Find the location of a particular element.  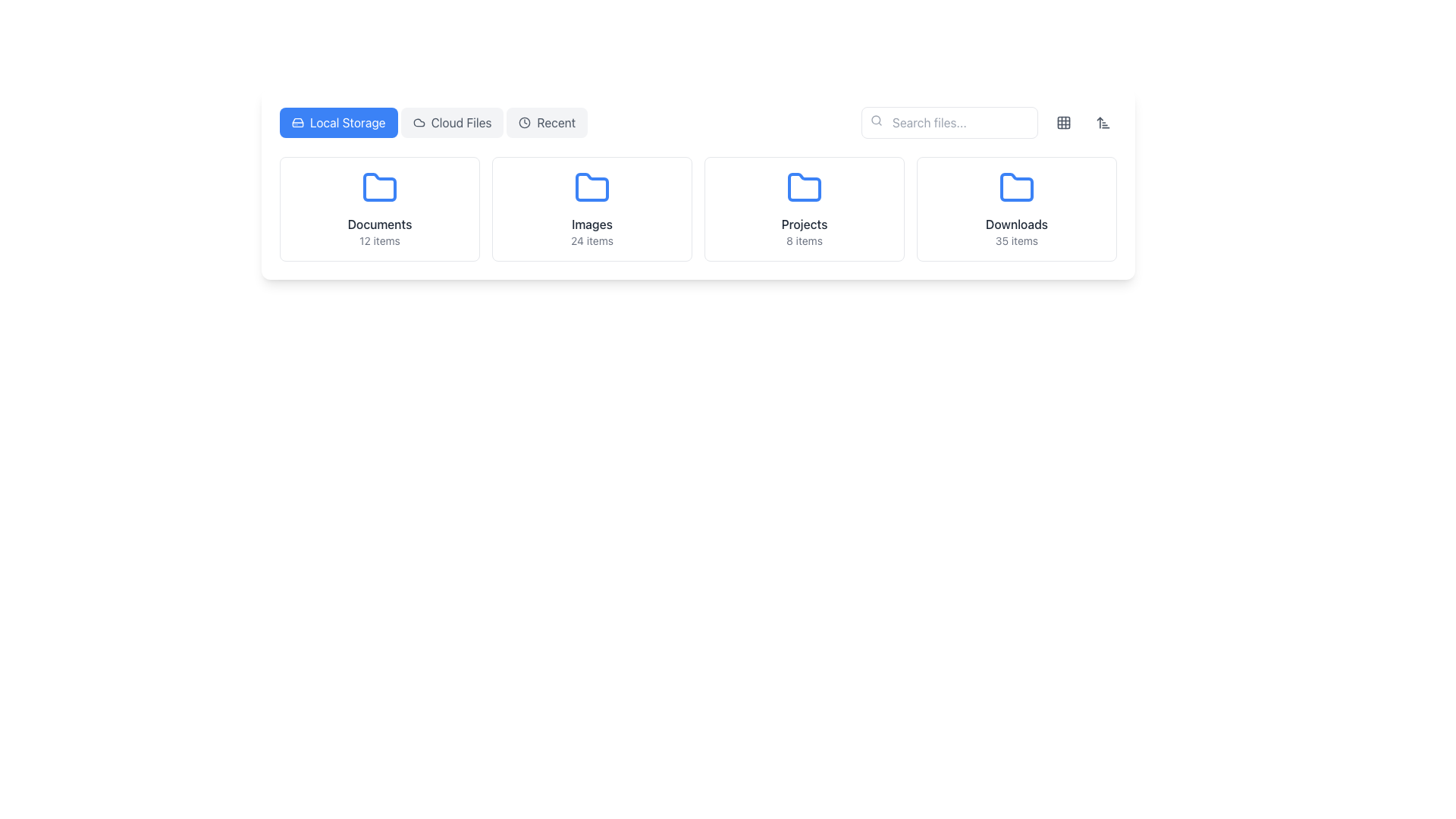

the search input box located at the top-right of the interface, which has a placeholder text 'Search files...', by using keyboard shortcuts is located at coordinates (949, 122).